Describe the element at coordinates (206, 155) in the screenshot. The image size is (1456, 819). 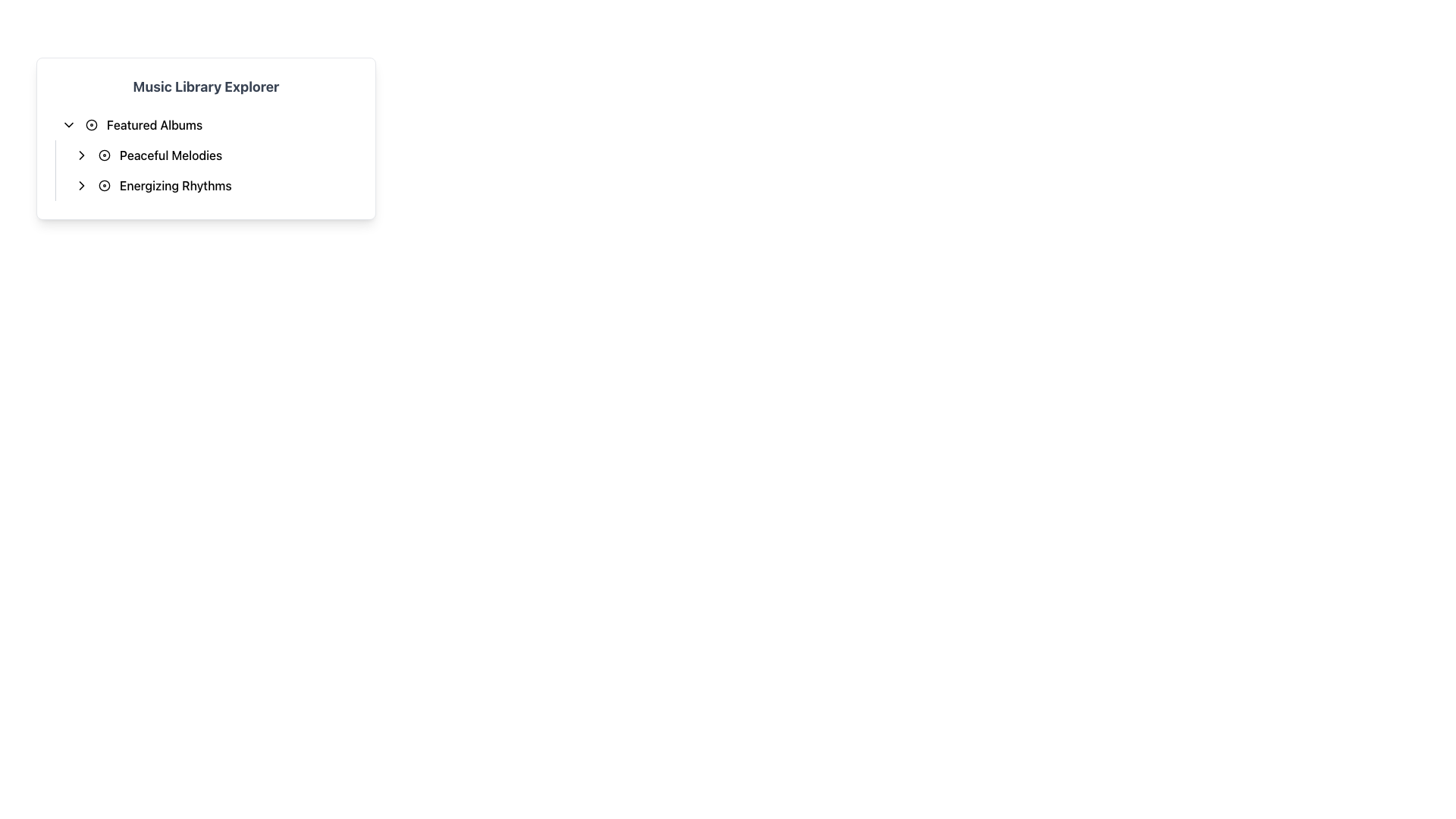
I see `the 'Peaceful Melodies' album entry under the 'Featured Albums' section in the Music Library Explorer` at that location.